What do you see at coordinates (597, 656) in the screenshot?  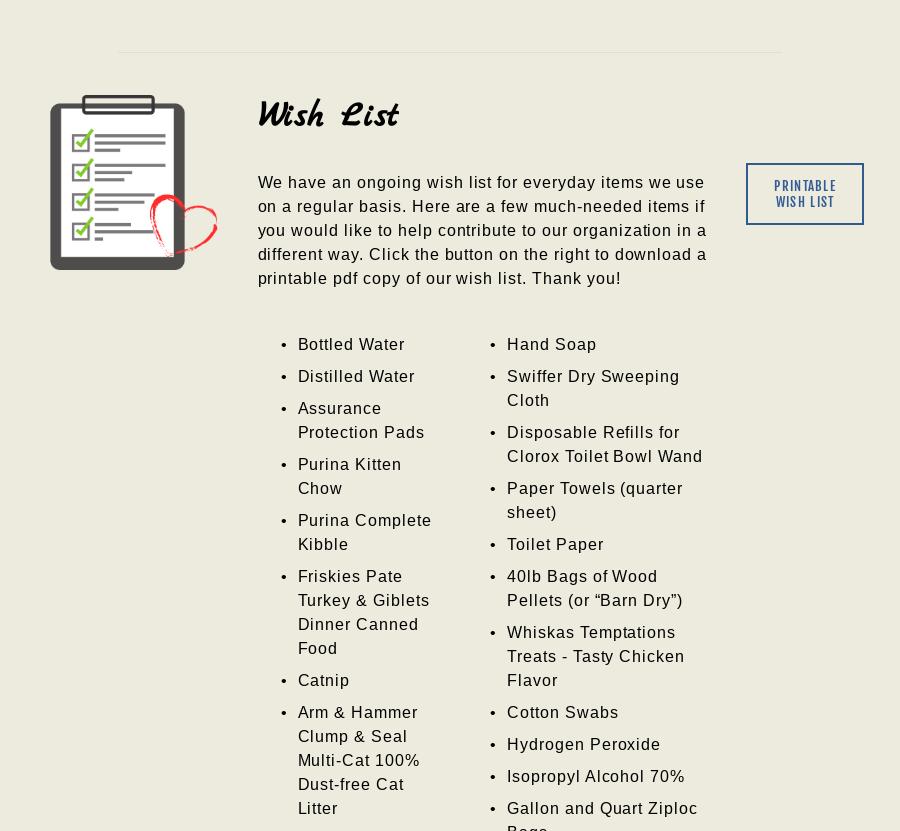 I see `'Whiskas Temptations Treats - Tasty Chicken Flavor'` at bounding box center [597, 656].